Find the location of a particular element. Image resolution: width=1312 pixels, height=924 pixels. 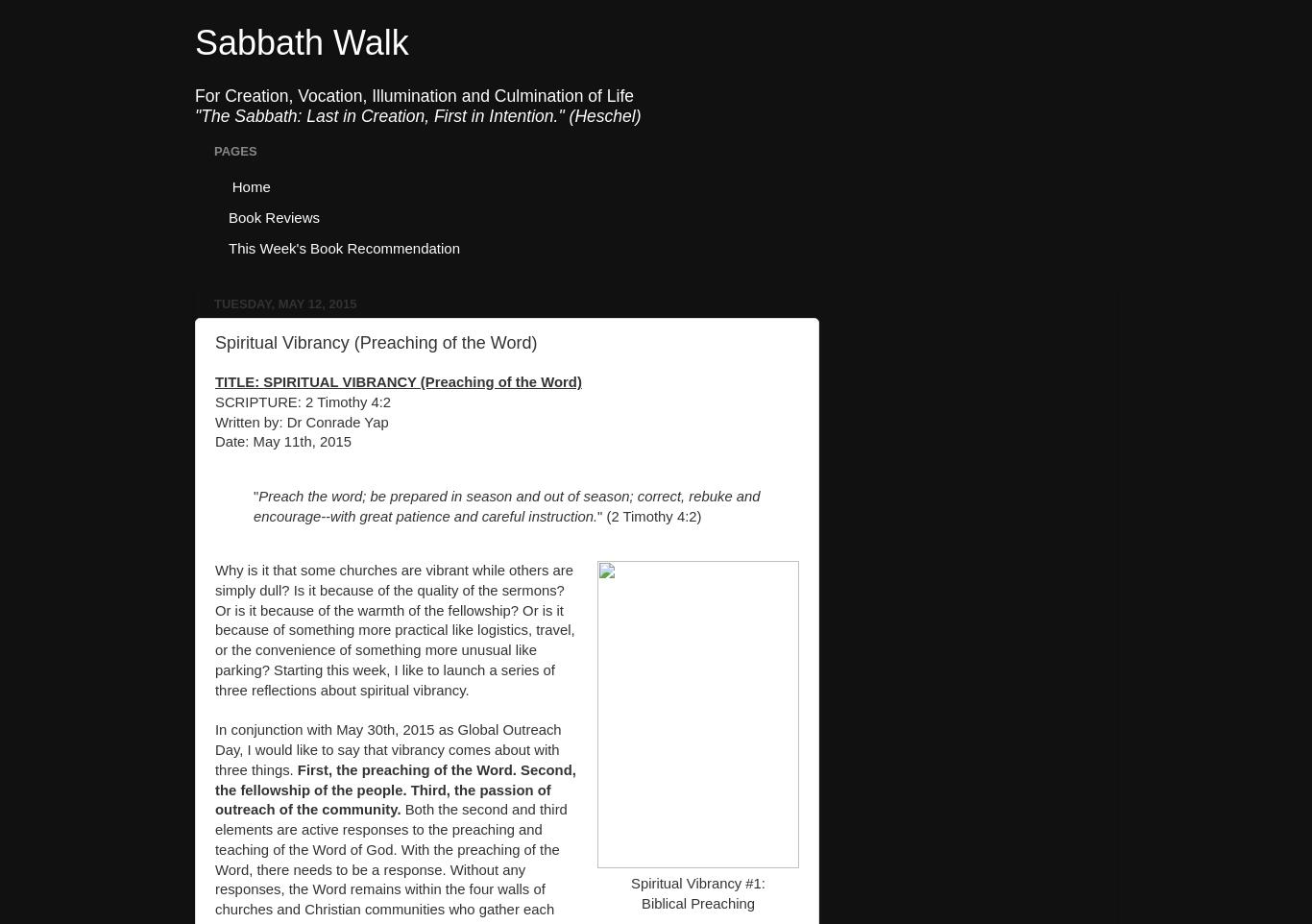

'" (2 Timothy 4:2)' is located at coordinates (648, 515).